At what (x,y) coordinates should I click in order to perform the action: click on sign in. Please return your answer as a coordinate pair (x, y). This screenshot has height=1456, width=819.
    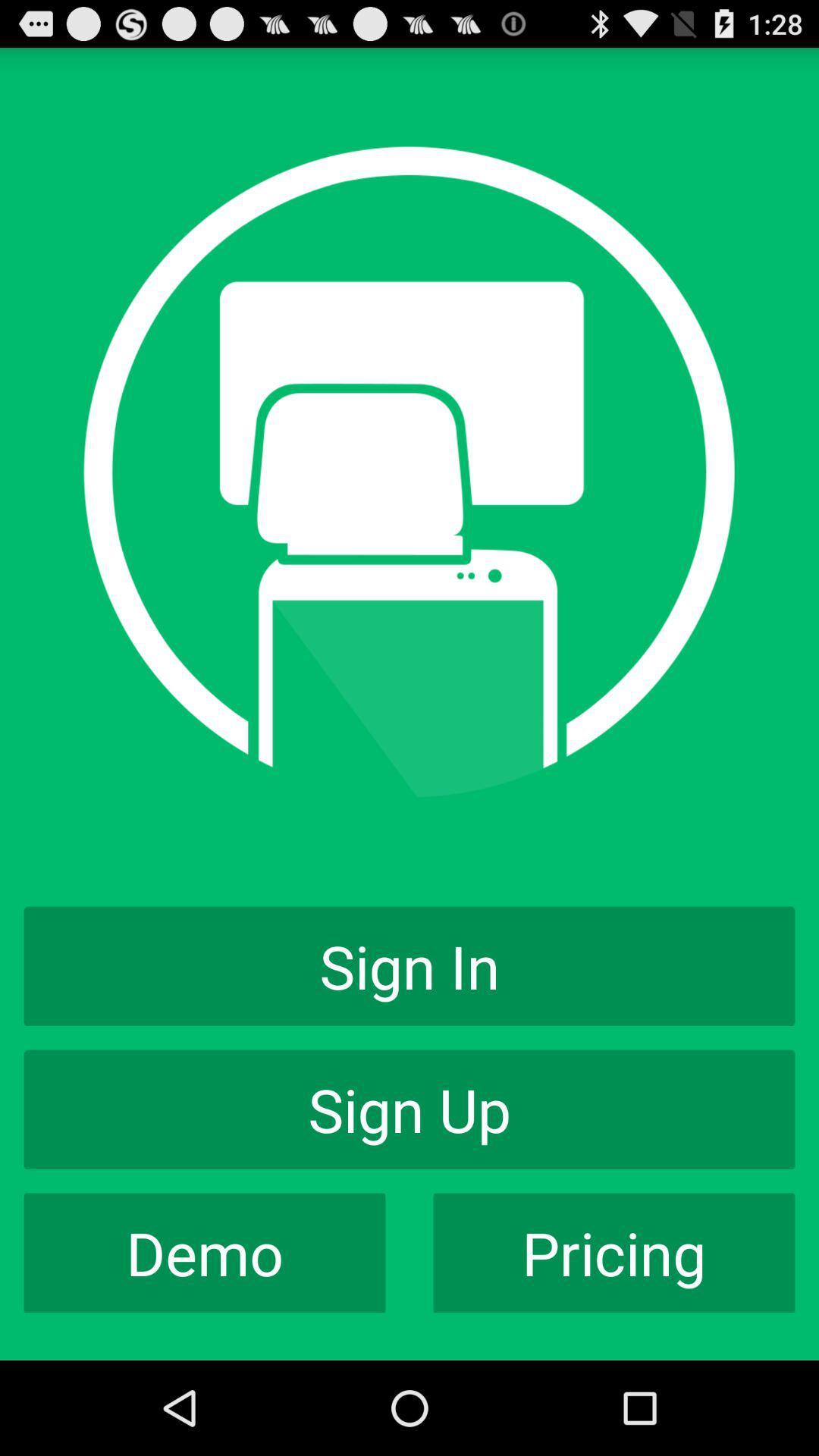
    Looking at the image, I should click on (409, 965).